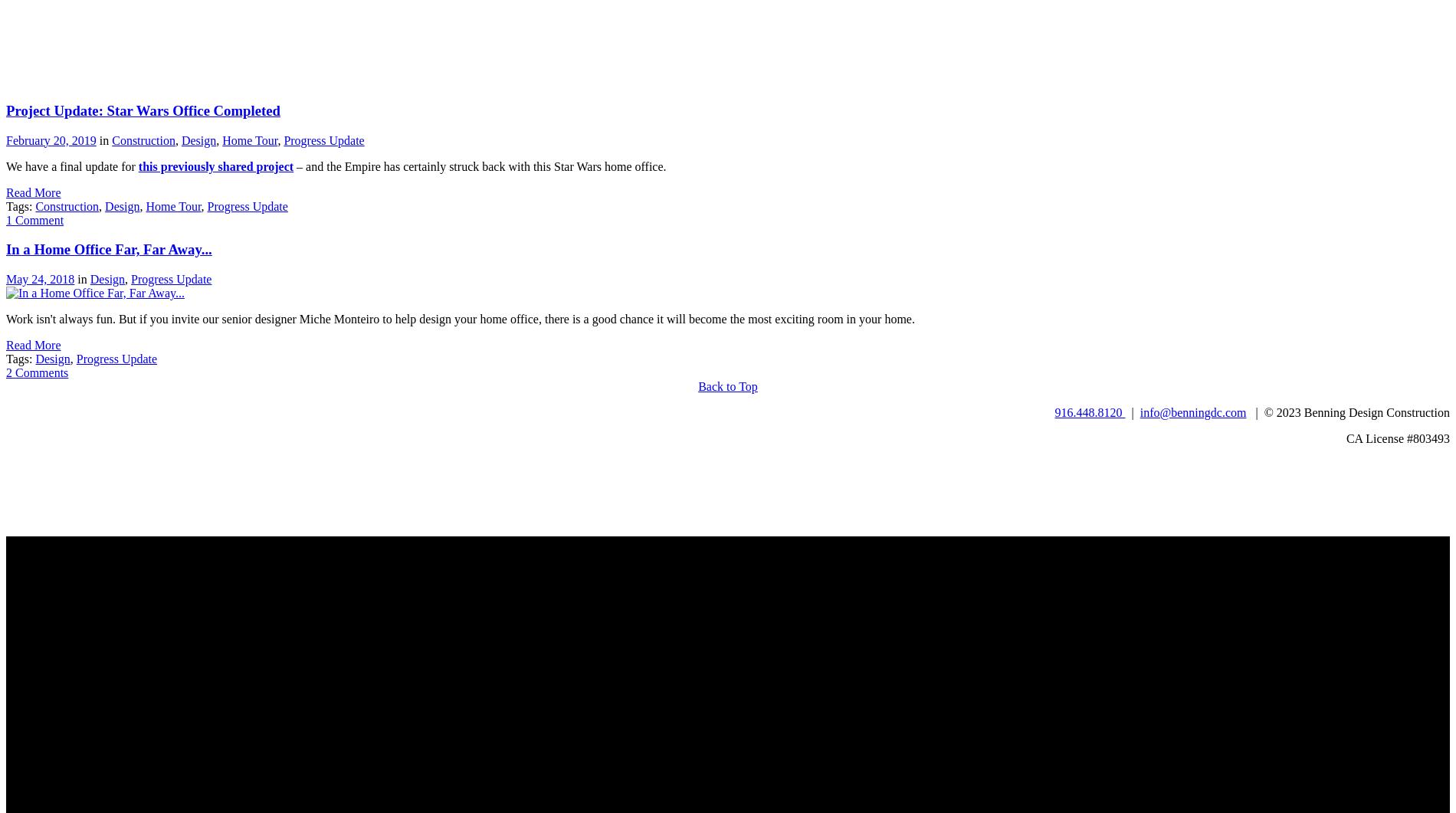 This screenshot has width=1456, height=813. What do you see at coordinates (51, 139) in the screenshot?
I see `'February 20, 2019'` at bounding box center [51, 139].